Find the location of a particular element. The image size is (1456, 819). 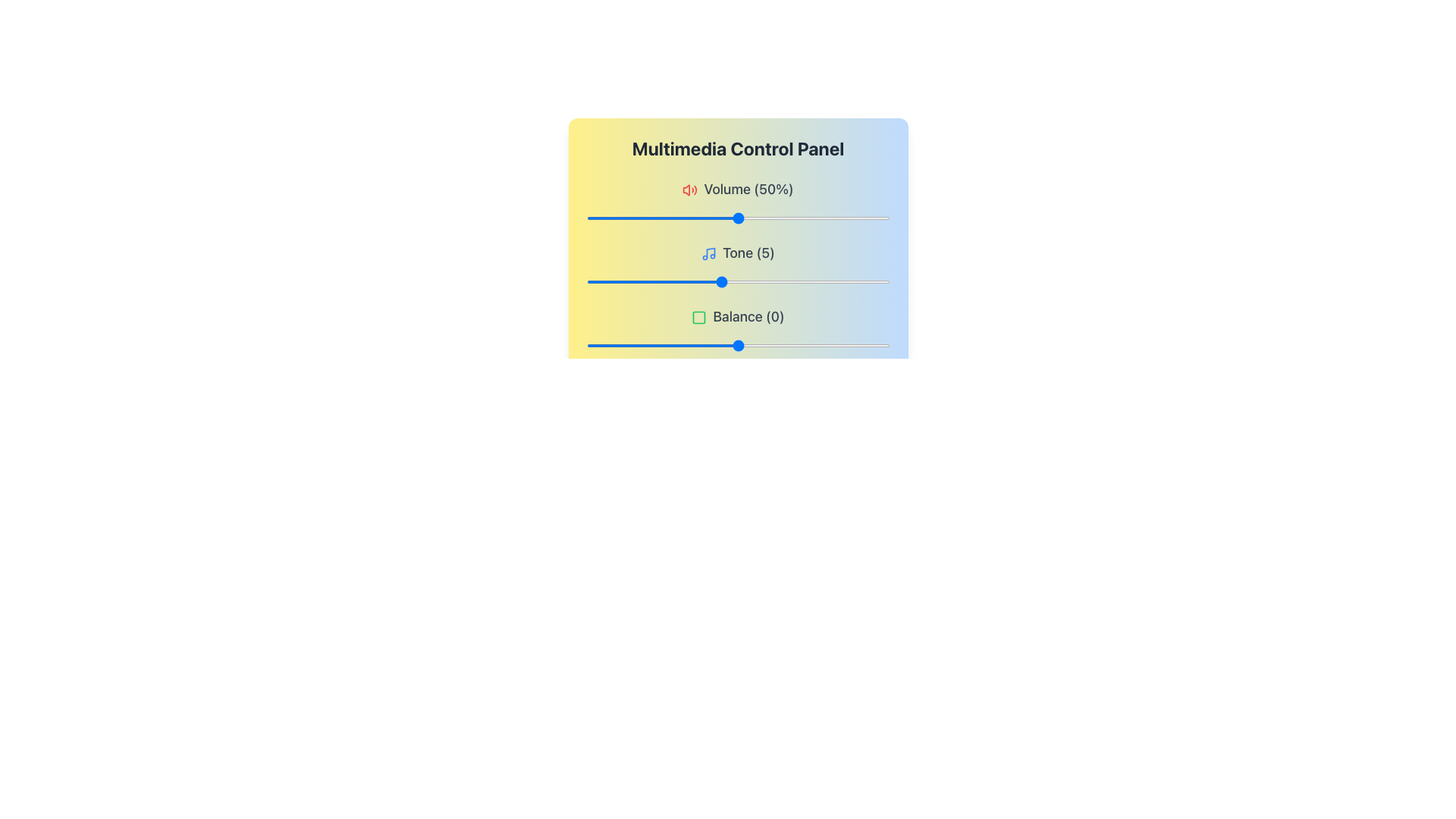

balance is located at coordinates (834, 345).